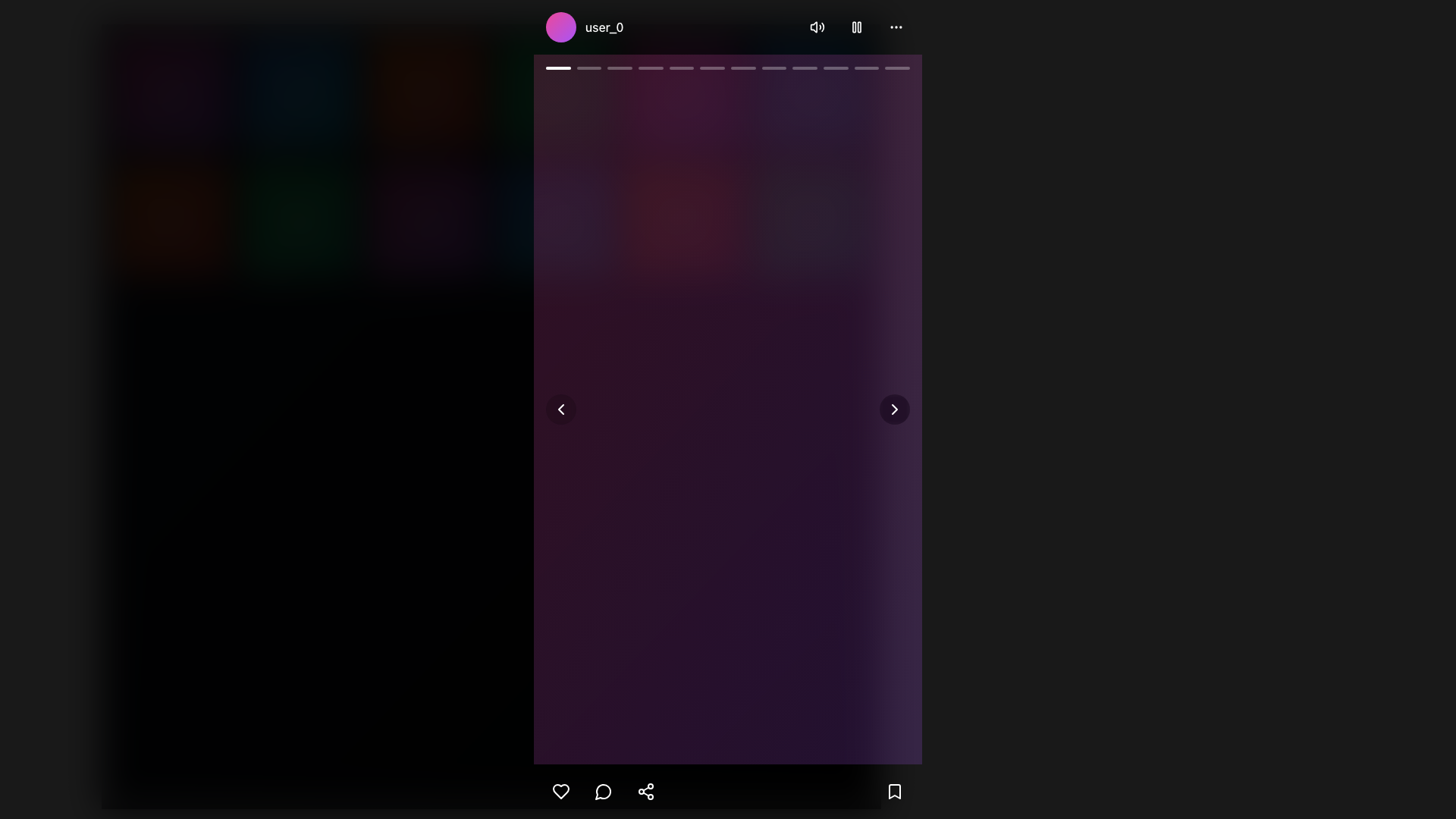 The width and height of the screenshot is (1456, 819). I want to click on the bookmark button located at the far right of the bottom navigation bar, so click(895, 791).